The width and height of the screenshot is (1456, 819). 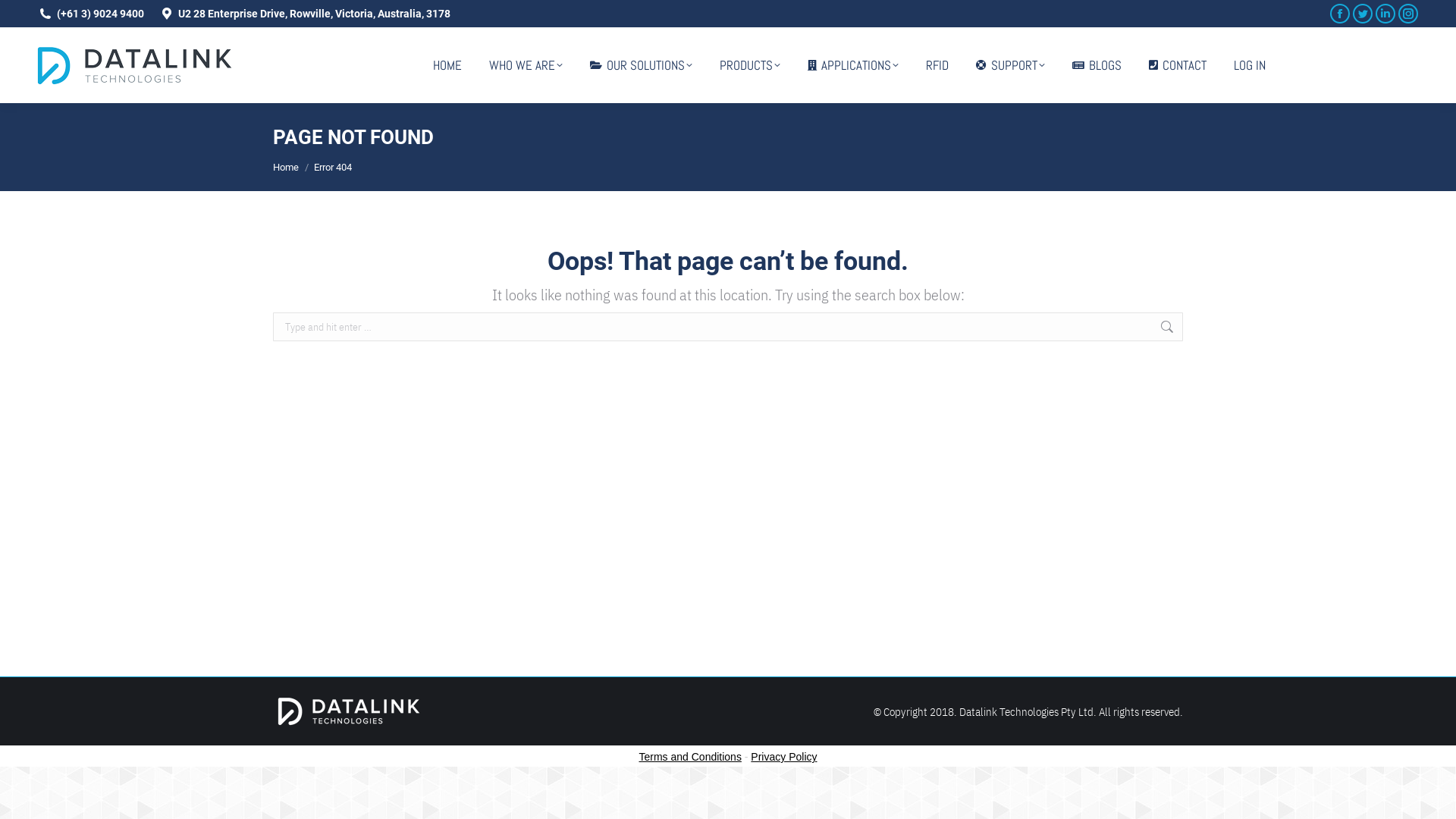 What do you see at coordinates (1362, 14) in the screenshot?
I see `'Twitter page opens in new window'` at bounding box center [1362, 14].